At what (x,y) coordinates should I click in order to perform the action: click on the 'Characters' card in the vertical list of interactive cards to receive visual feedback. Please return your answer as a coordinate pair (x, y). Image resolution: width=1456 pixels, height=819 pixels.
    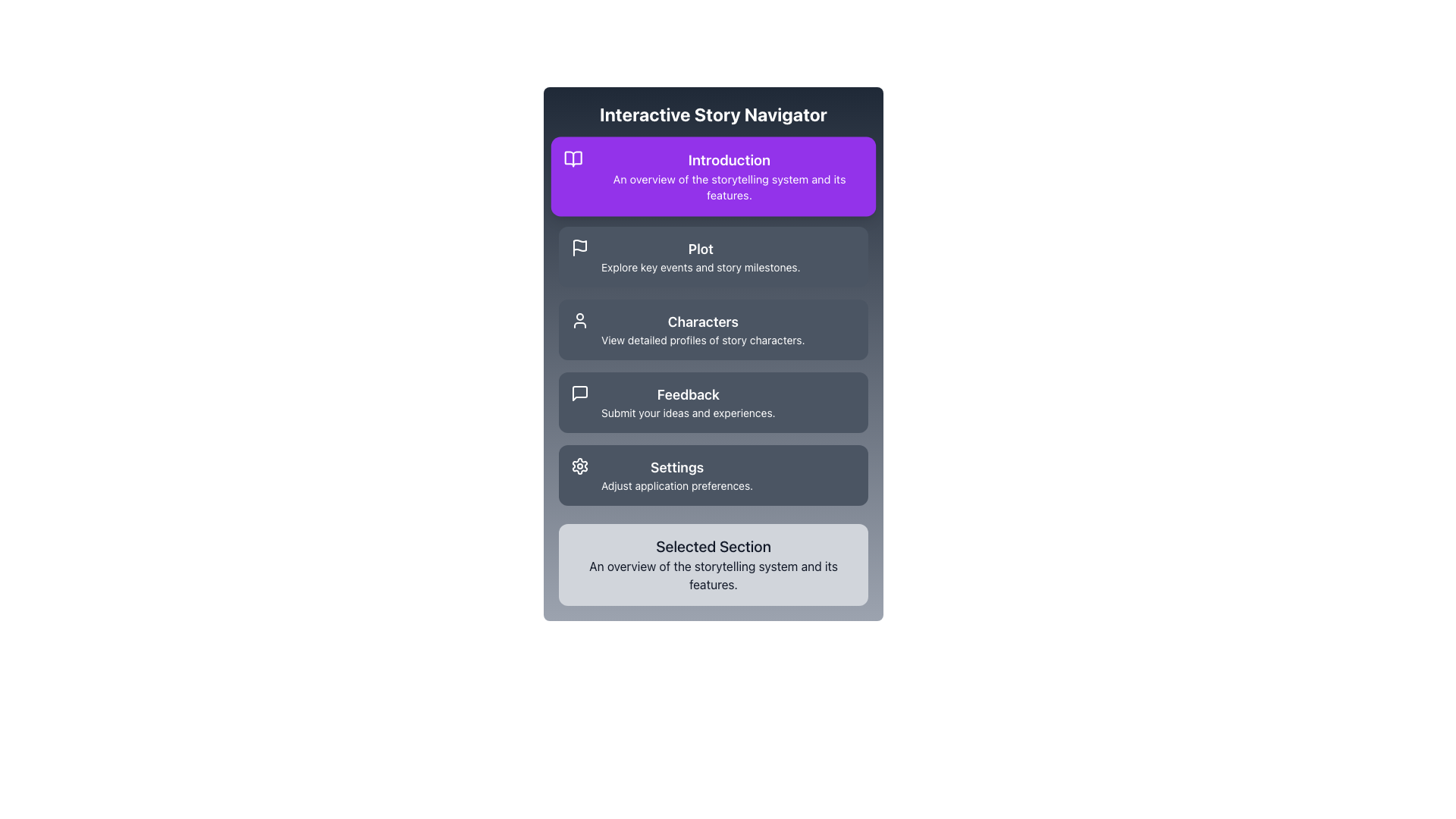
    Looking at the image, I should click on (712, 321).